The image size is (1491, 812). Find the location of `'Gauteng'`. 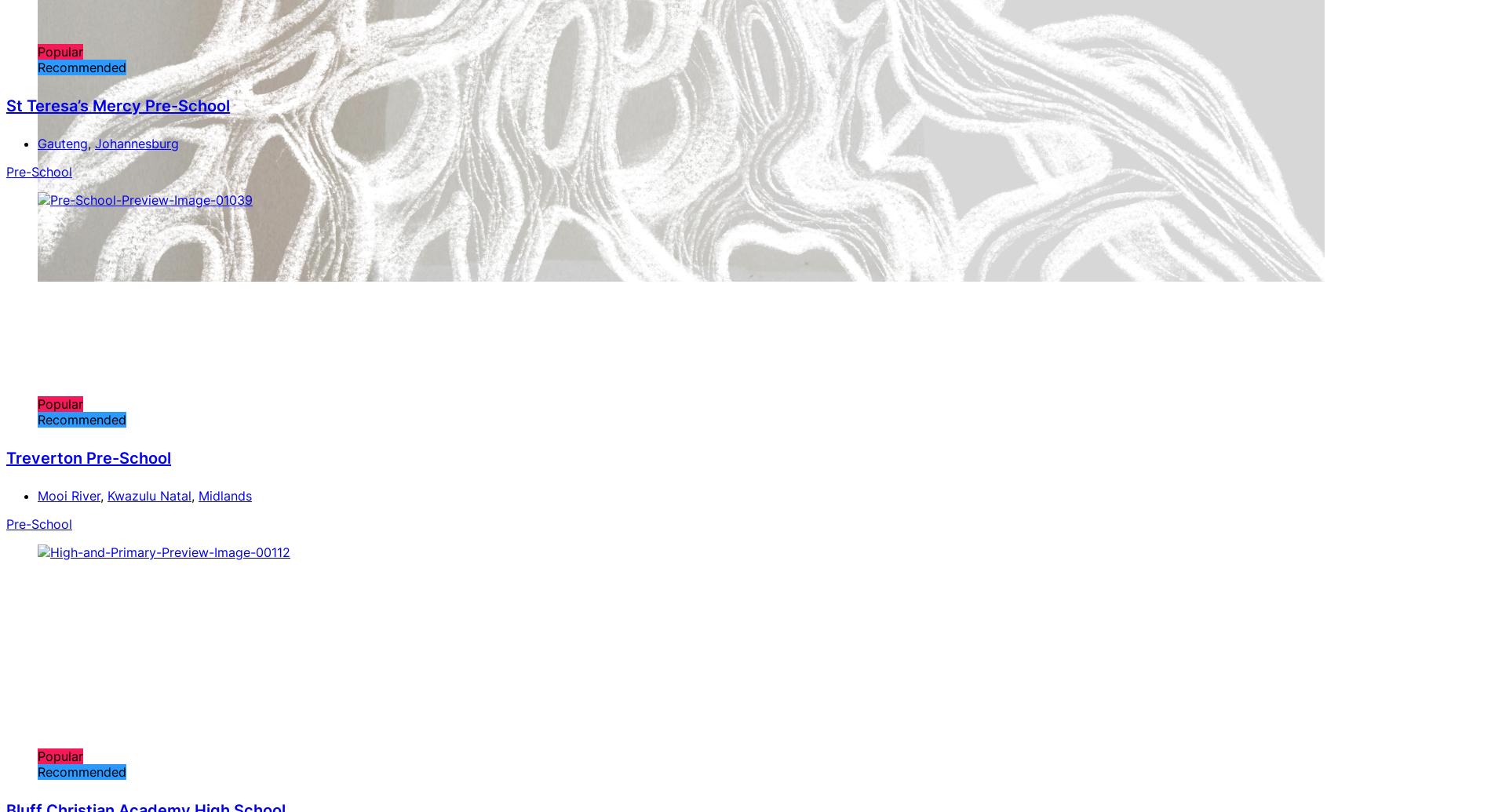

'Gauteng' is located at coordinates (62, 143).